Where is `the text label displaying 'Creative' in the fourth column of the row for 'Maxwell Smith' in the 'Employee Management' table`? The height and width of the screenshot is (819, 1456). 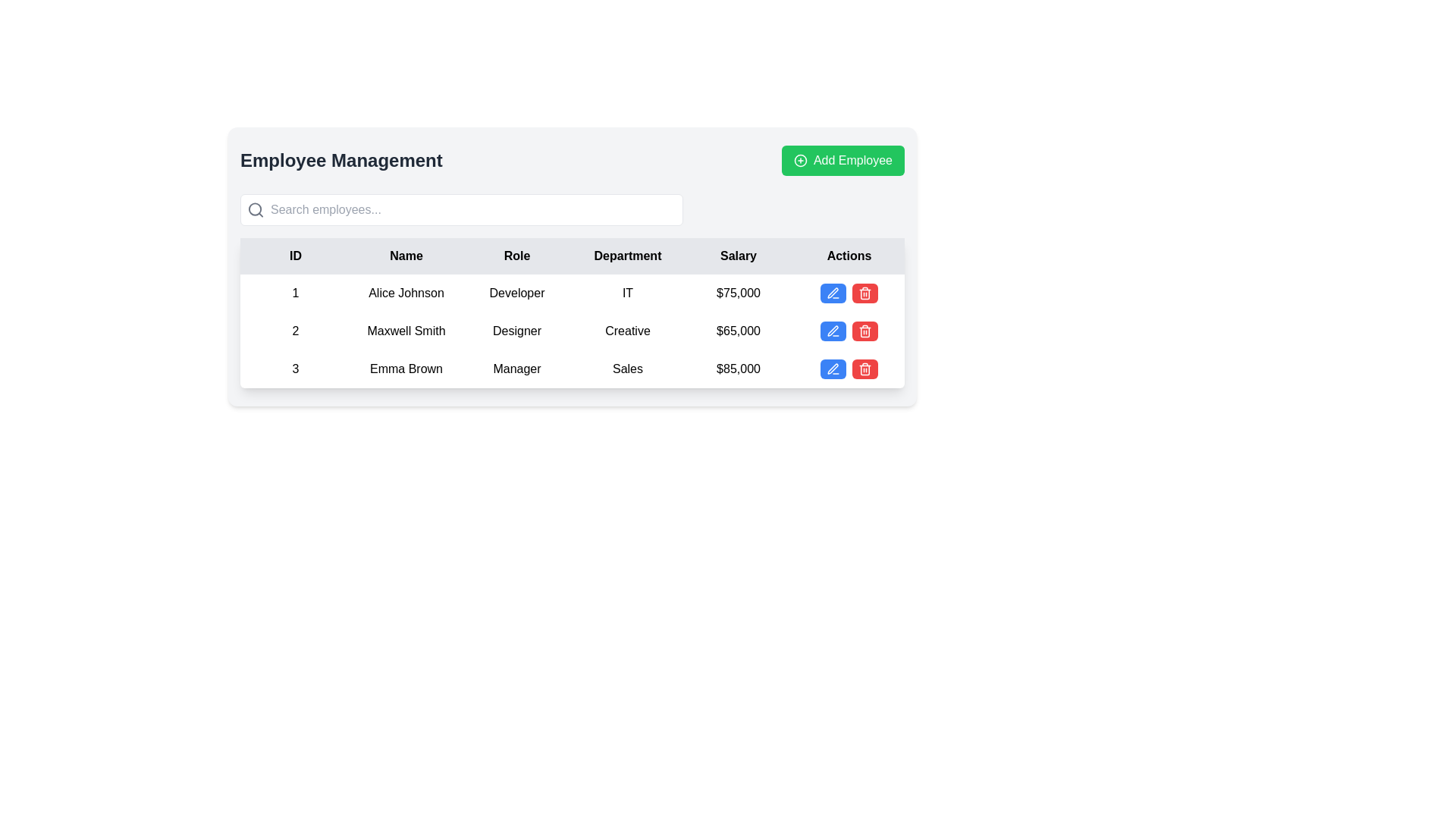 the text label displaying 'Creative' in the fourth column of the row for 'Maxwell Smith' in the 'Employee Management' table is located at coordinates (628, 330).